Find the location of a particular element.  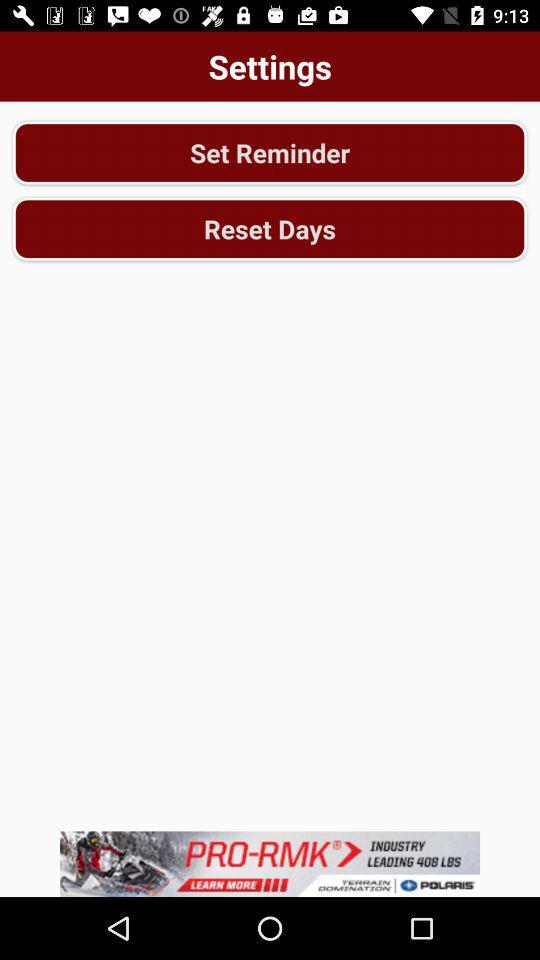

advertisement is located at coordinates (270, 863).